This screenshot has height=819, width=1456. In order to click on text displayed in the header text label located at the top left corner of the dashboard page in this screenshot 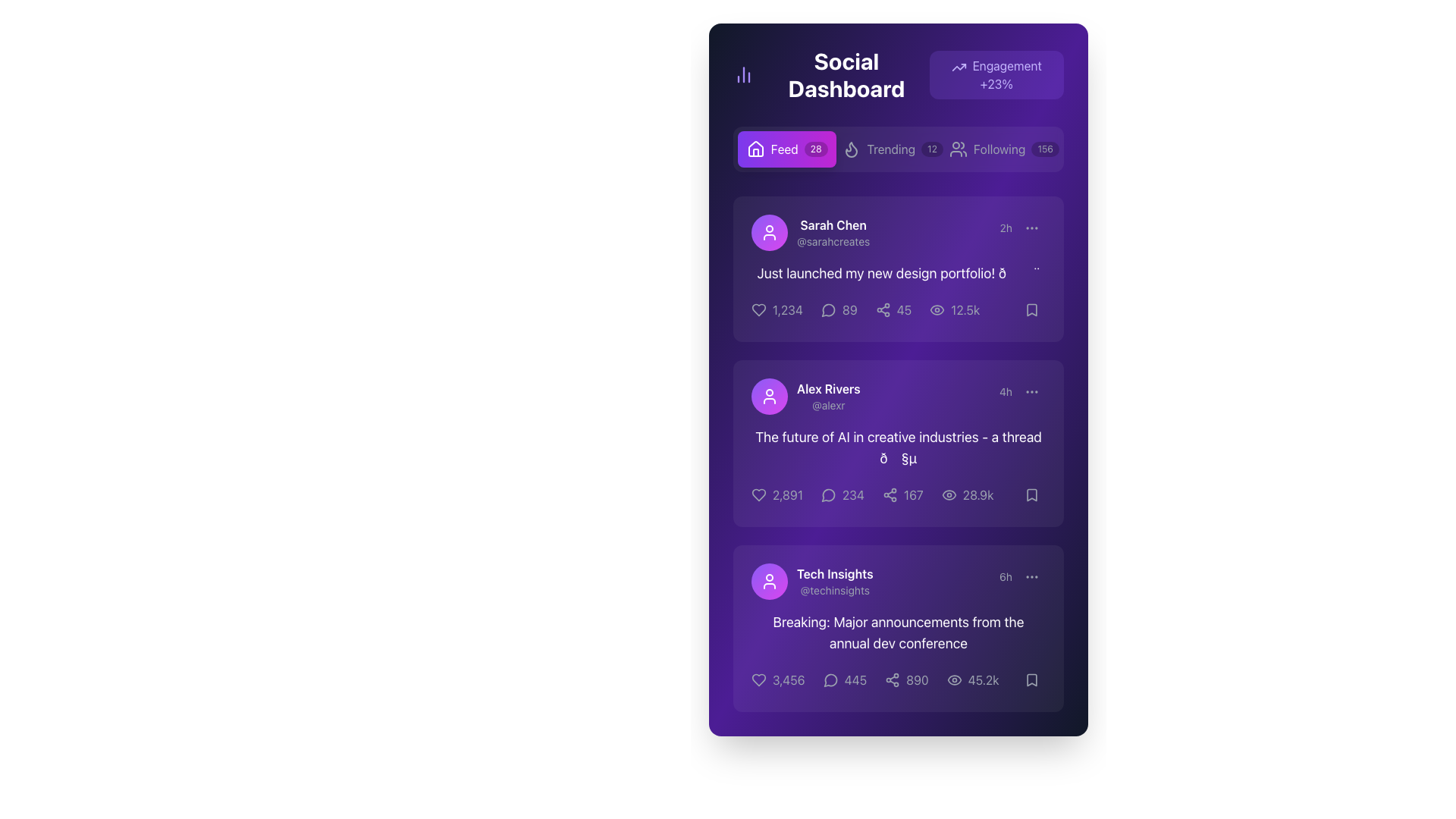, I will do `click(830, 75)`.